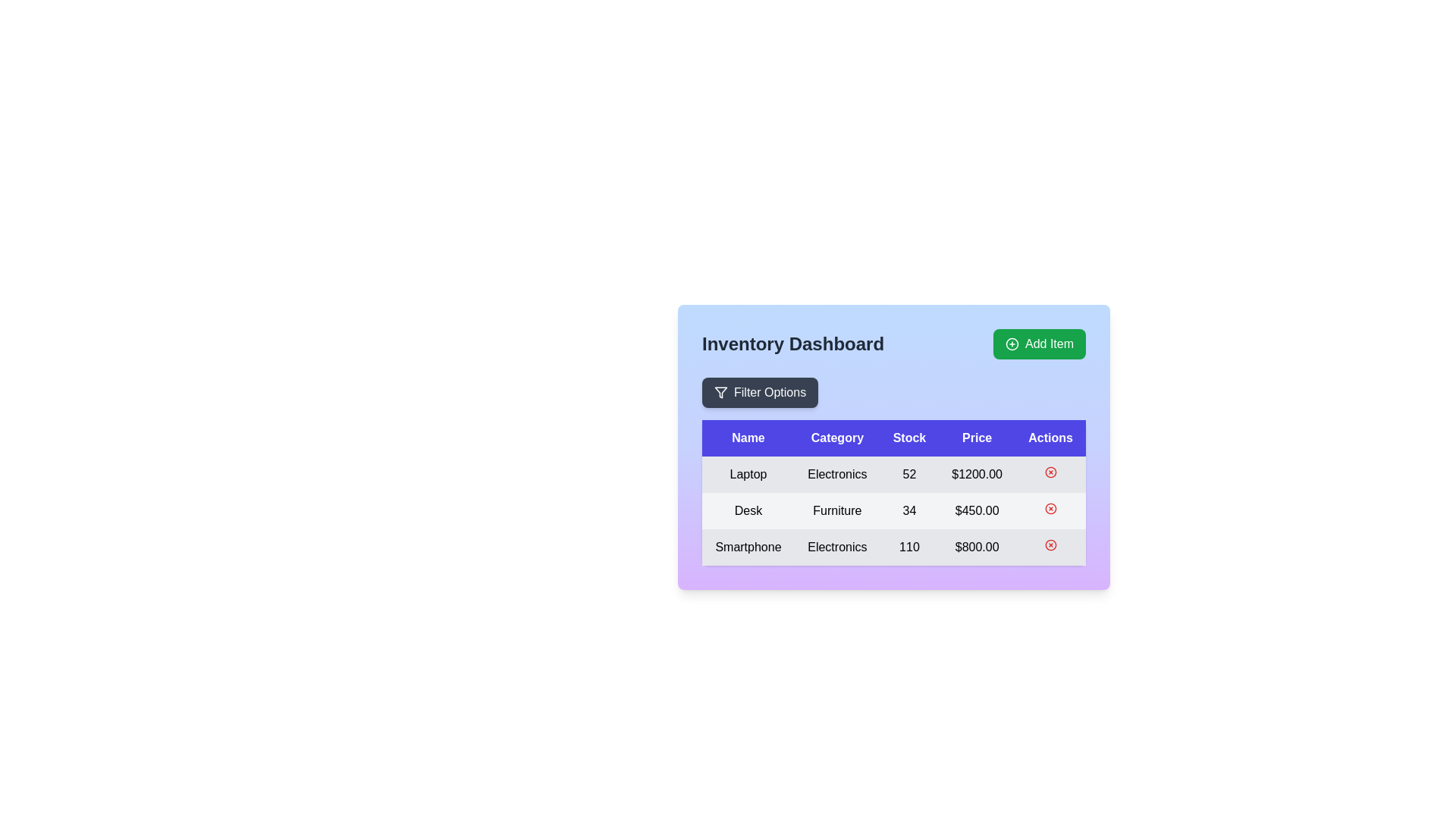  What do you see at coordinates (748, 473) in the screenshot?
I see `the text label 'Laptop' which is styled in black font and located in the first column of the first row of a table, under the header 'Name'` at bounding box center [748, 473].